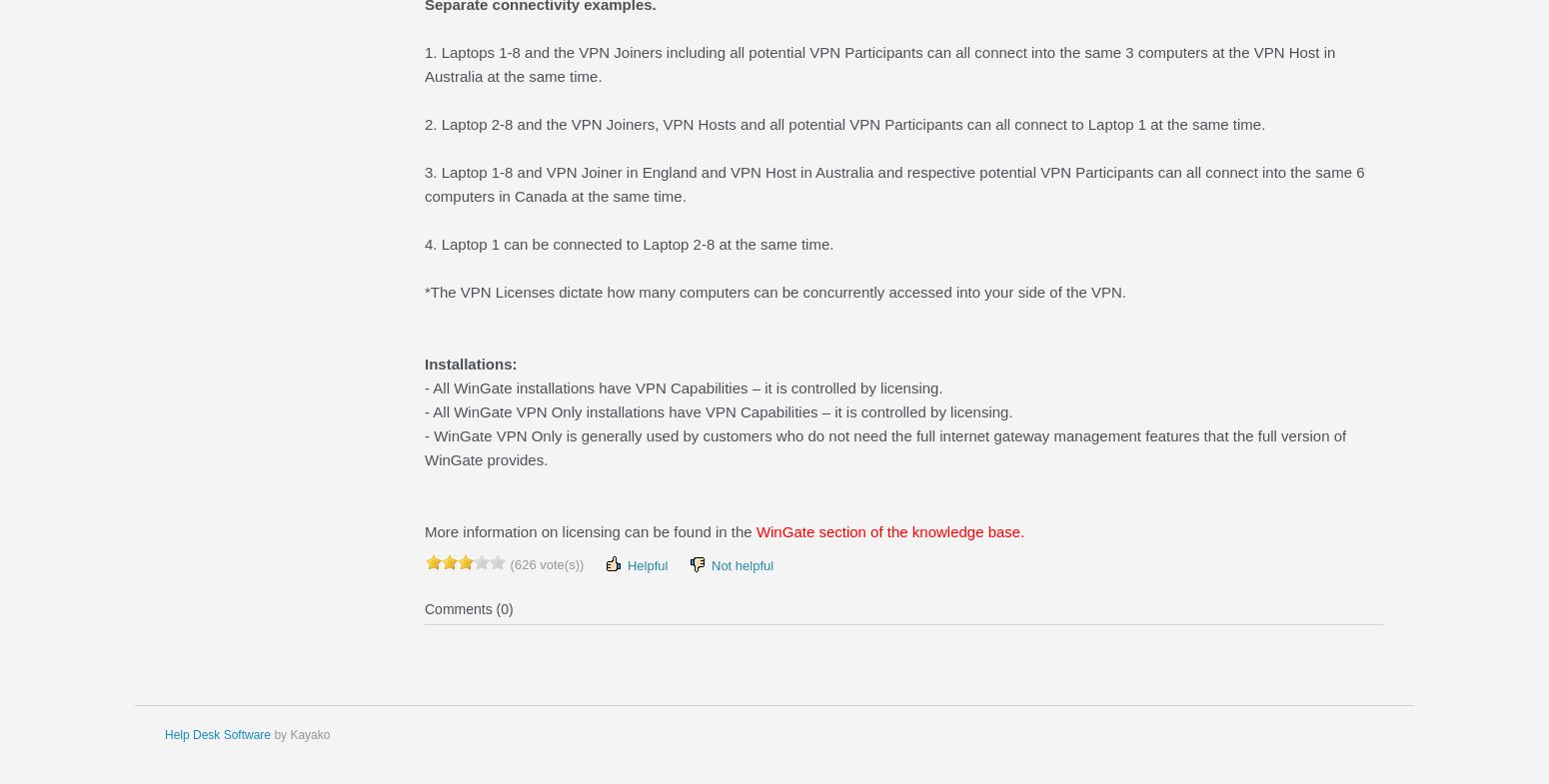  Describe the element at coordinates (468, 609) in the screenshot. I see `'Comments (0)'` at that location.